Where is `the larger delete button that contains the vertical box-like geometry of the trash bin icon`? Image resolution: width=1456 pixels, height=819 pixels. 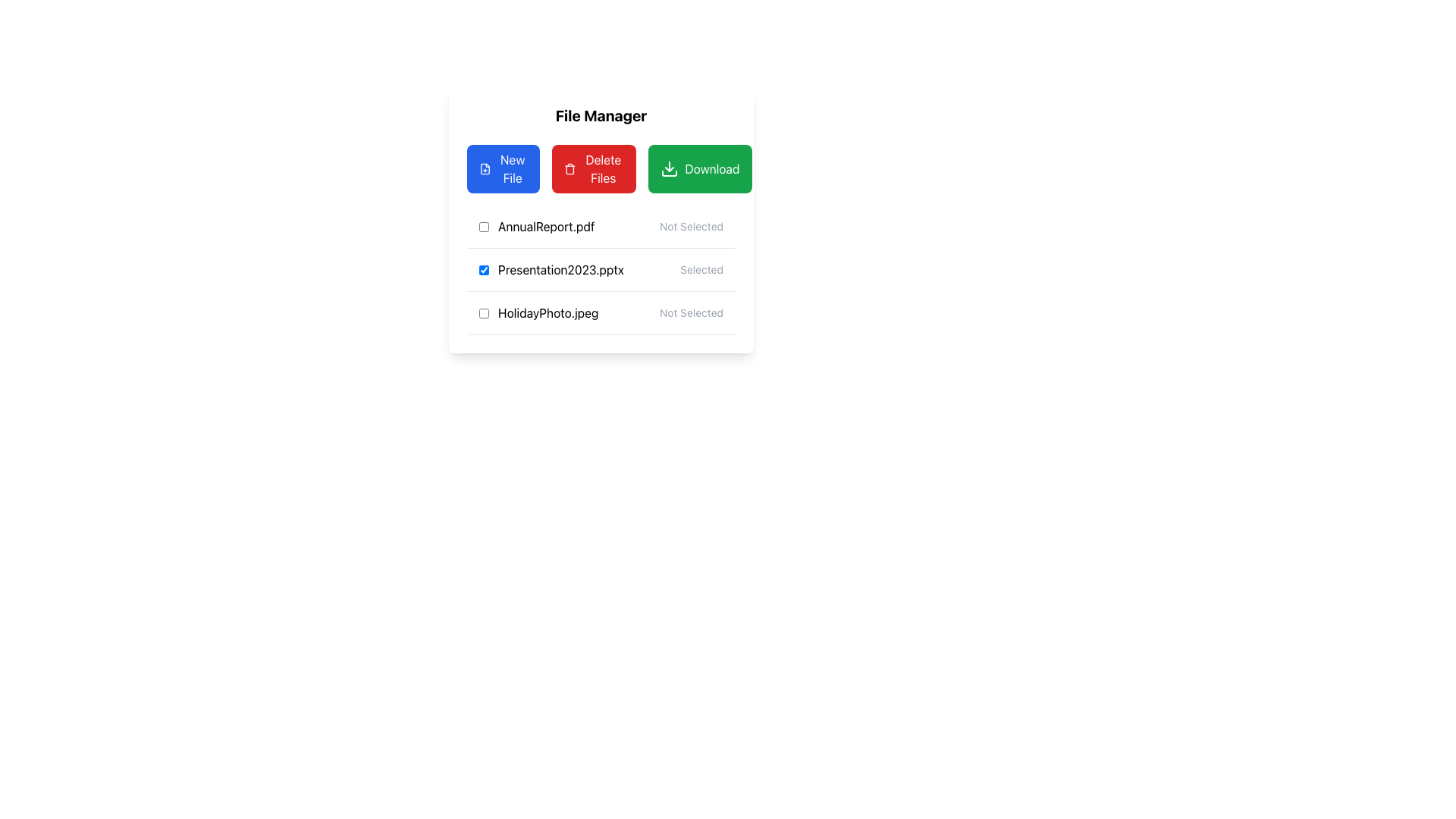 the larger delete button that contains the vertical box-like geometry of the trash bin icon is located at coordinates (570, 170).